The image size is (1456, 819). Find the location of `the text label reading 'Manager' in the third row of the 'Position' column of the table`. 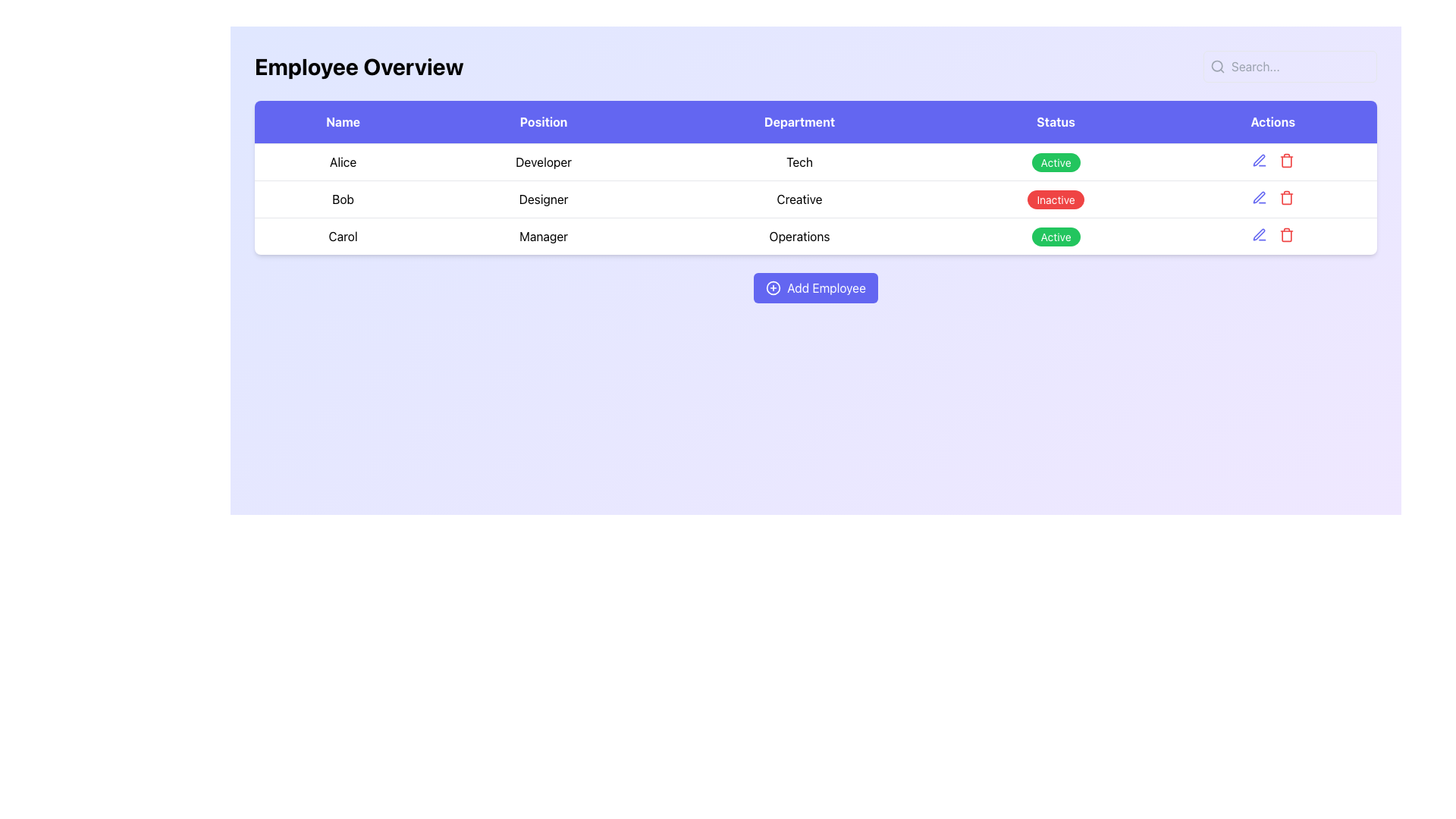

the text label reading 'Manager' in the third row of the 'Position' column of the table is located at coordinates (544, 236).